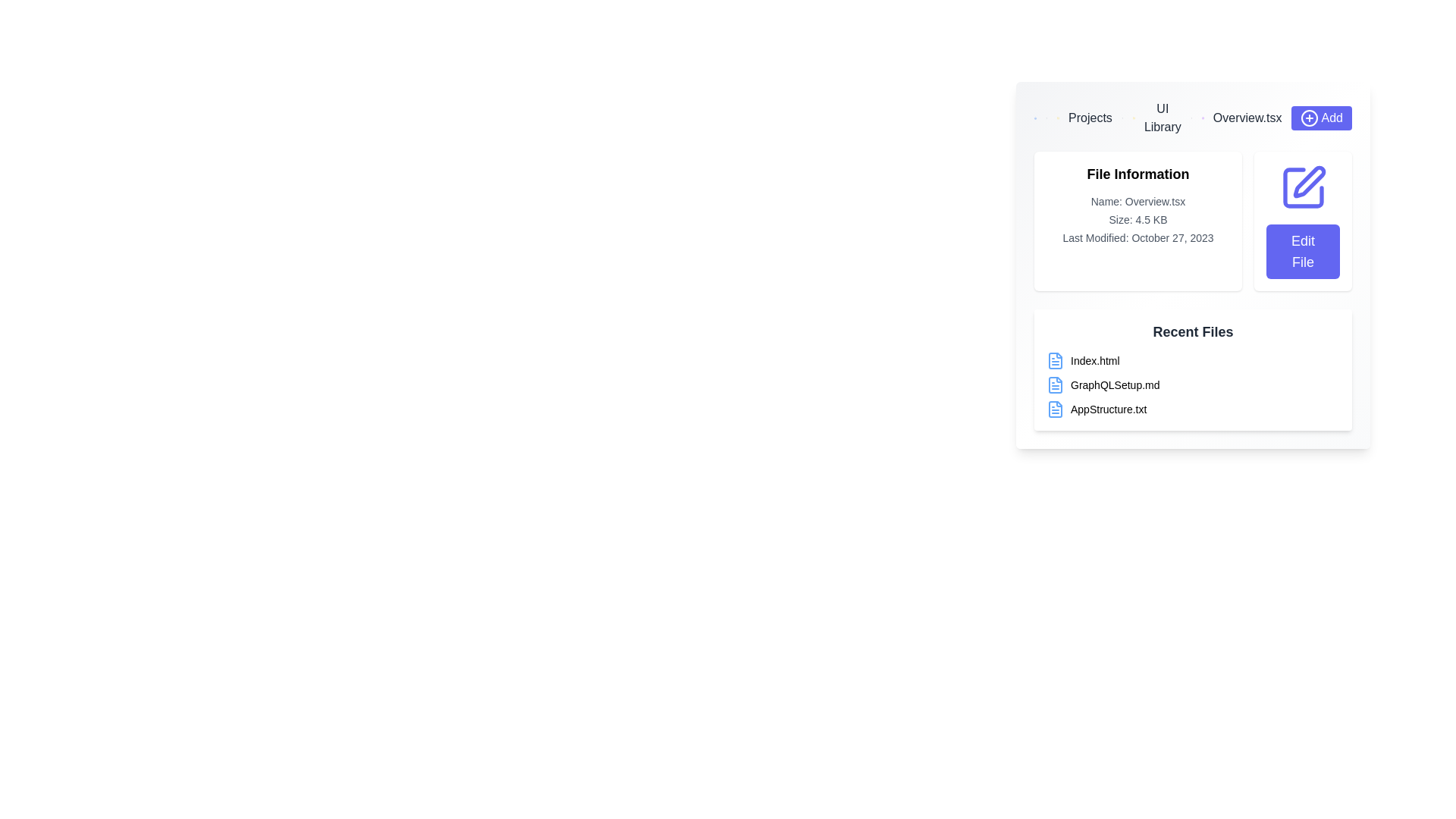 This screenshot has width=1456, height=819. I want to click on displayed file information text, which includes the filename 'Overview.tsx', the size '4.5 KB', and the last modified date 'October 27, 2023', from the Text Display element located in the 'File Information' section, so click(1138, 219).